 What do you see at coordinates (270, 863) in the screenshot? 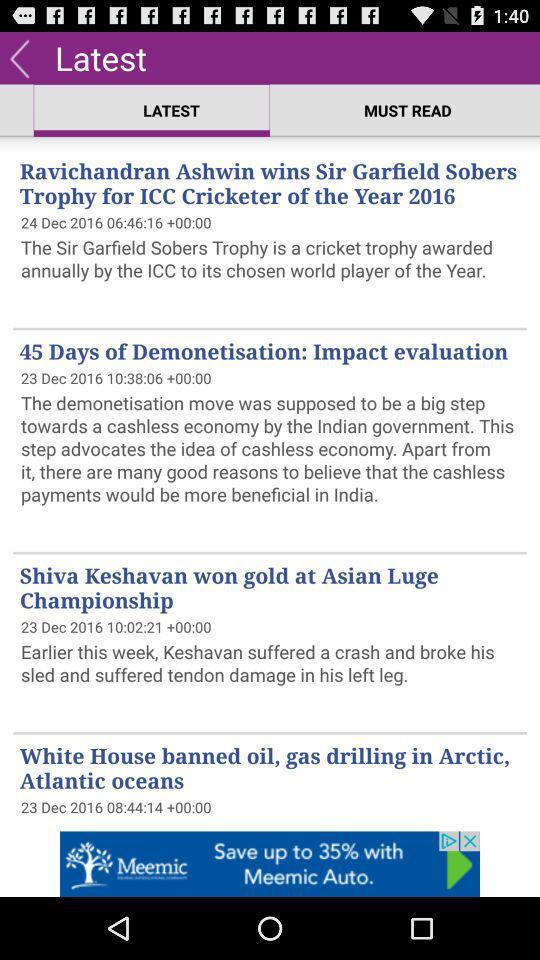
I see `advertisement` at bounding box center [270, 863].